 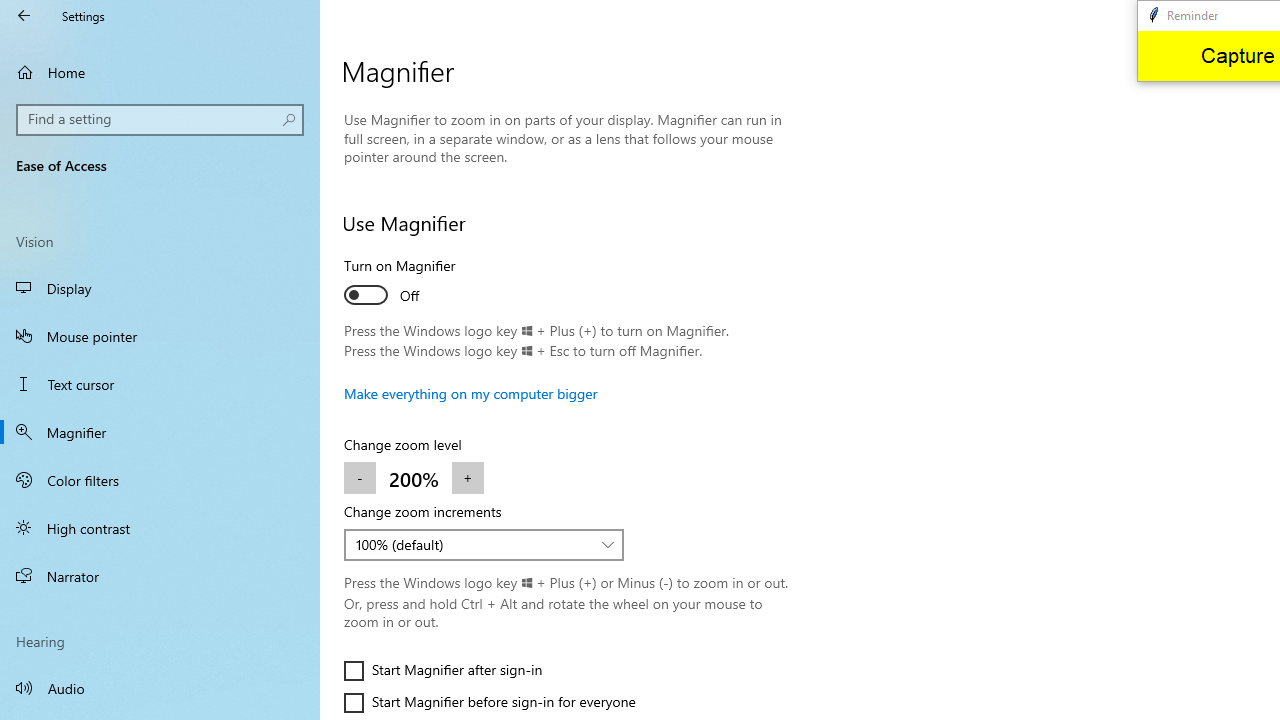 I want to click on 'Back', so click(x=24, y=15).